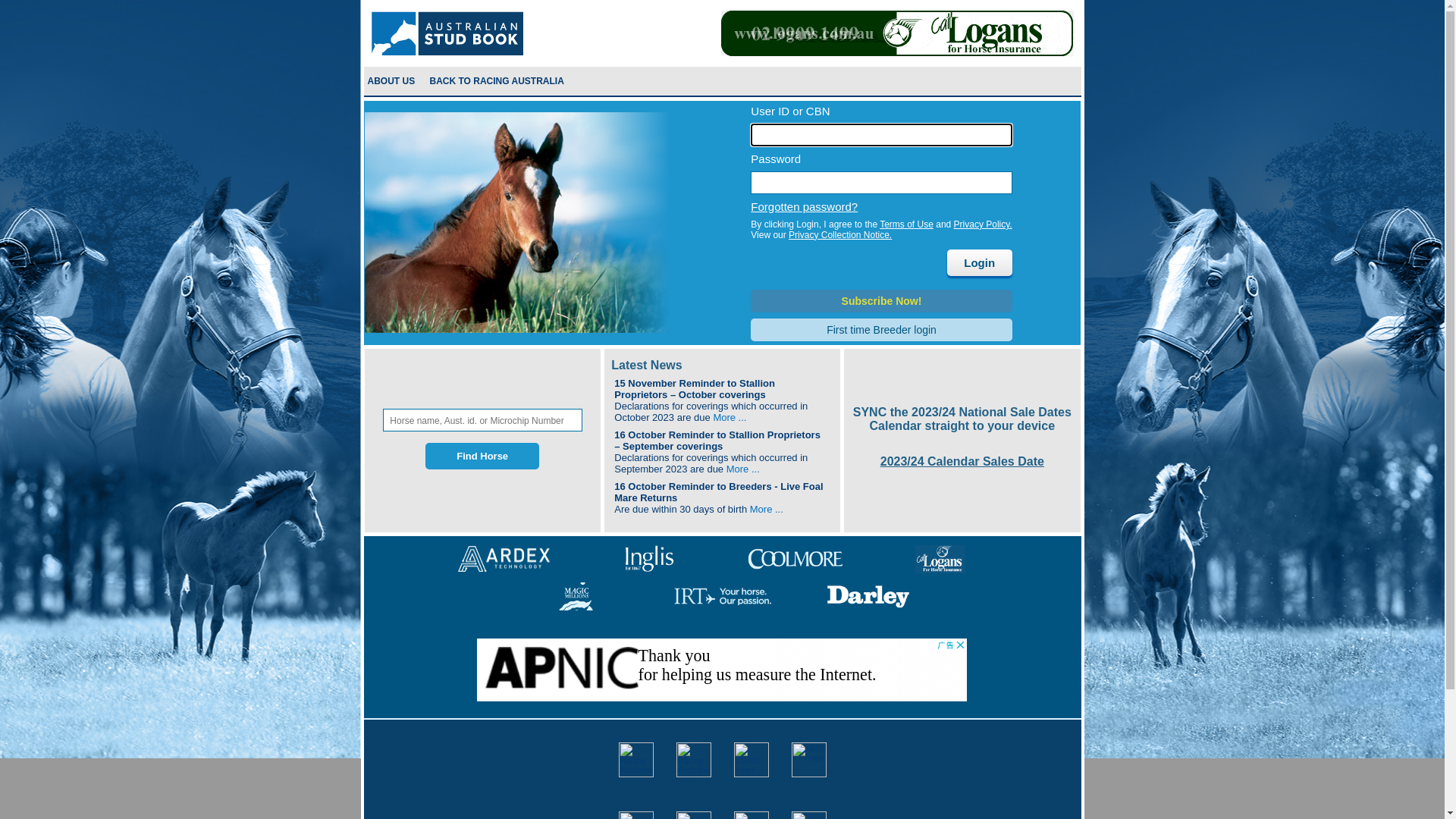  Describe the element at coordinates (481, 455) in the screenshot. I see `'Find Horse'` at that location.